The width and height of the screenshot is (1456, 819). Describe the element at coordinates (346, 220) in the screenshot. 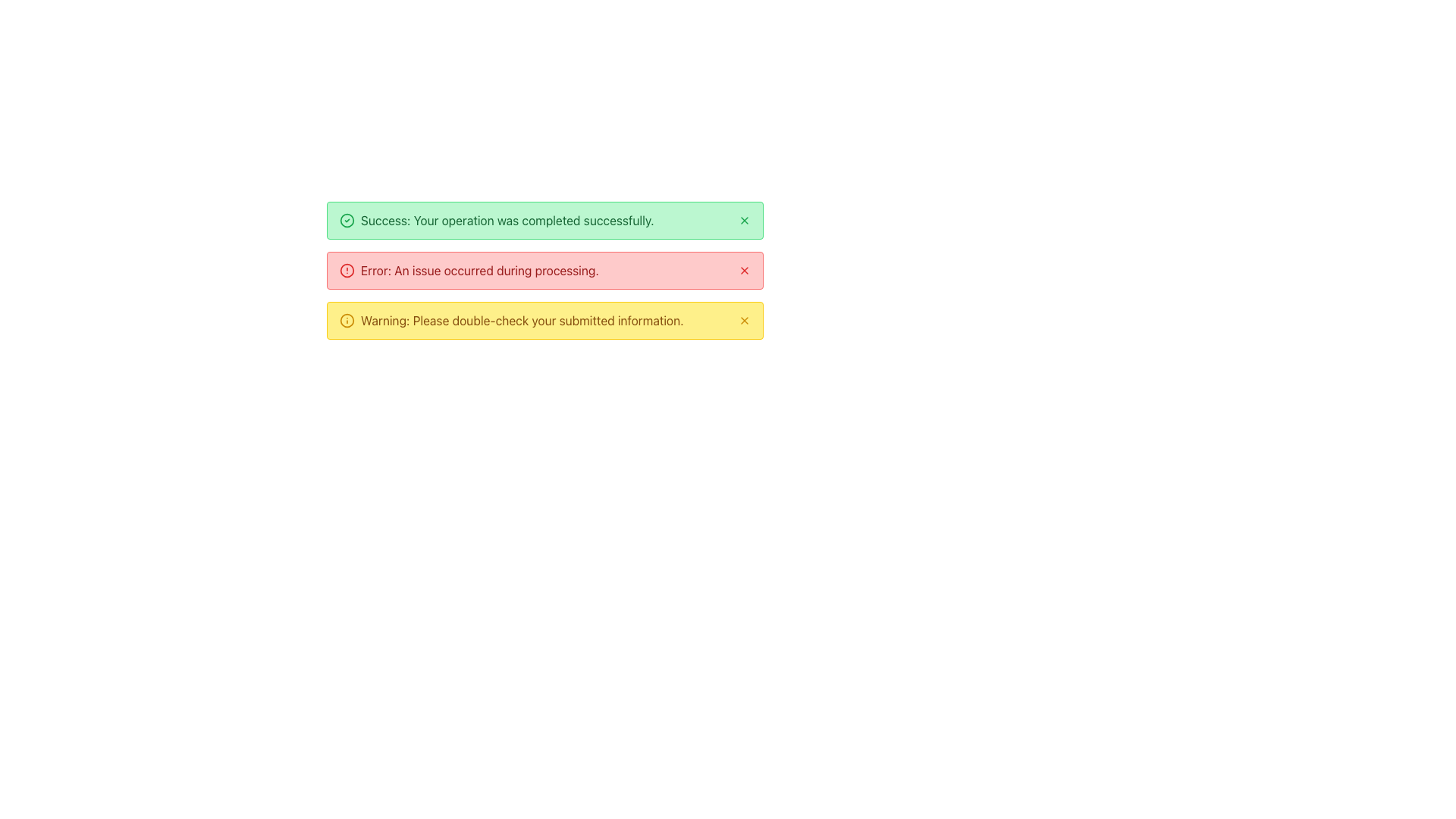

I see `the green circular border of the SVG icon in the 'Success' notification message, which is located at the left side of the message box adjacent to the text 'Success: Your operation was completed successfully.'` at that location.